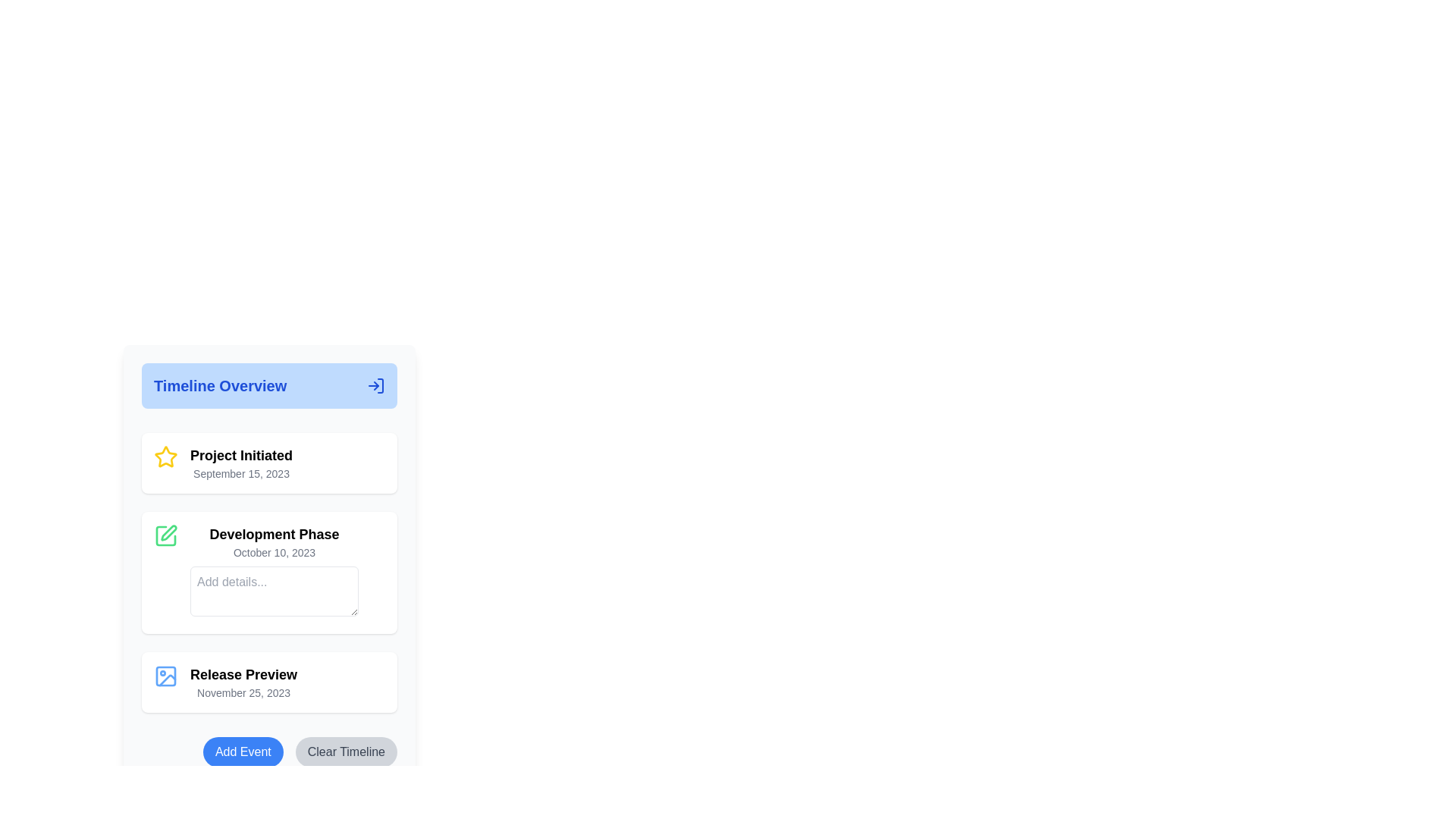 This screenshot has width=1456, height=819. Describe the element at coordinates (274, 553) in the screenshot. I see `the Text Label displaying 'October 10, 2023', which is located beneath the 'Development Phase' title and above the input field labeled 'Add details...'` at that location.